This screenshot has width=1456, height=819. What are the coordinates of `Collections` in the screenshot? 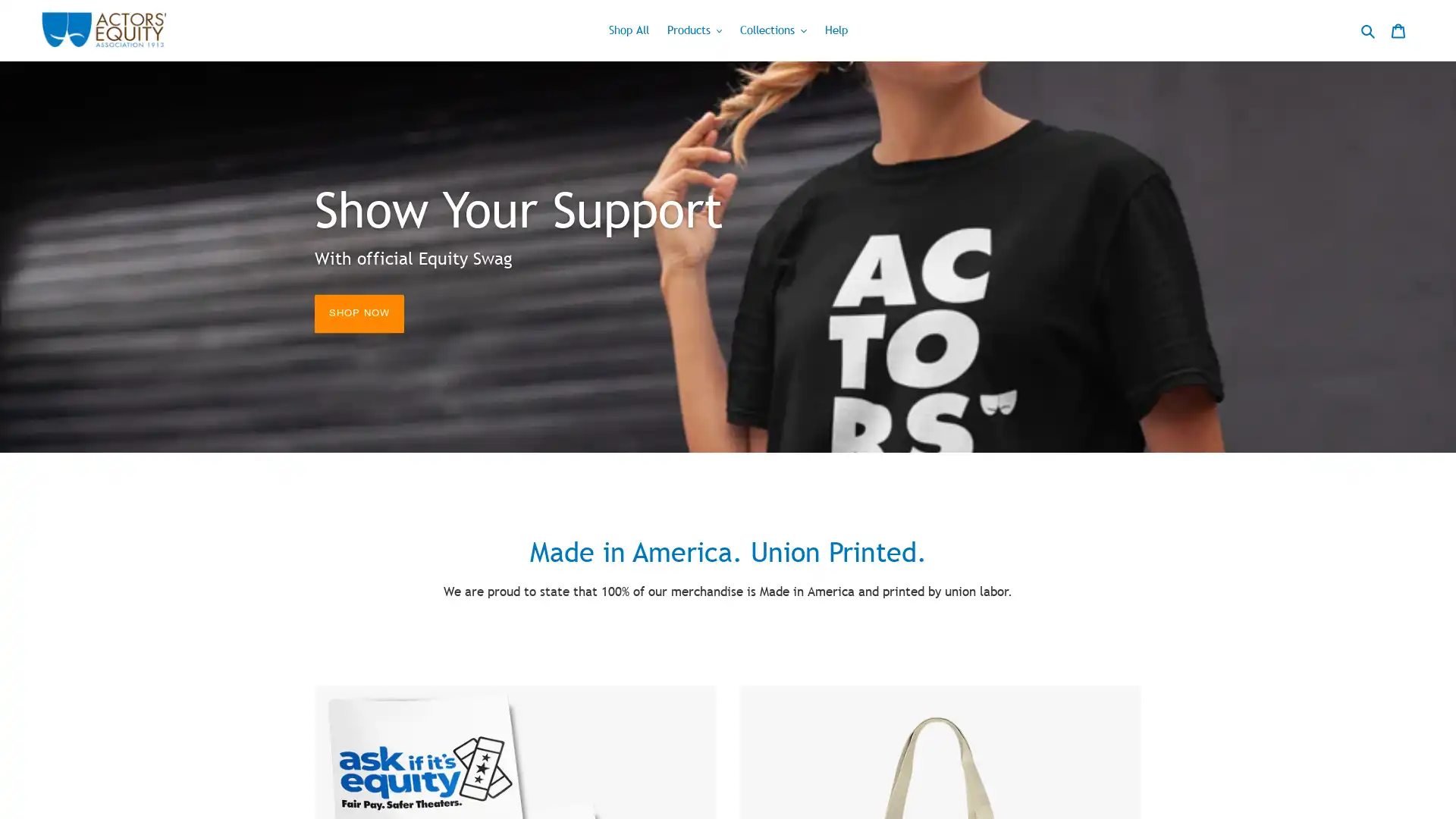 It's located at (773, 30).